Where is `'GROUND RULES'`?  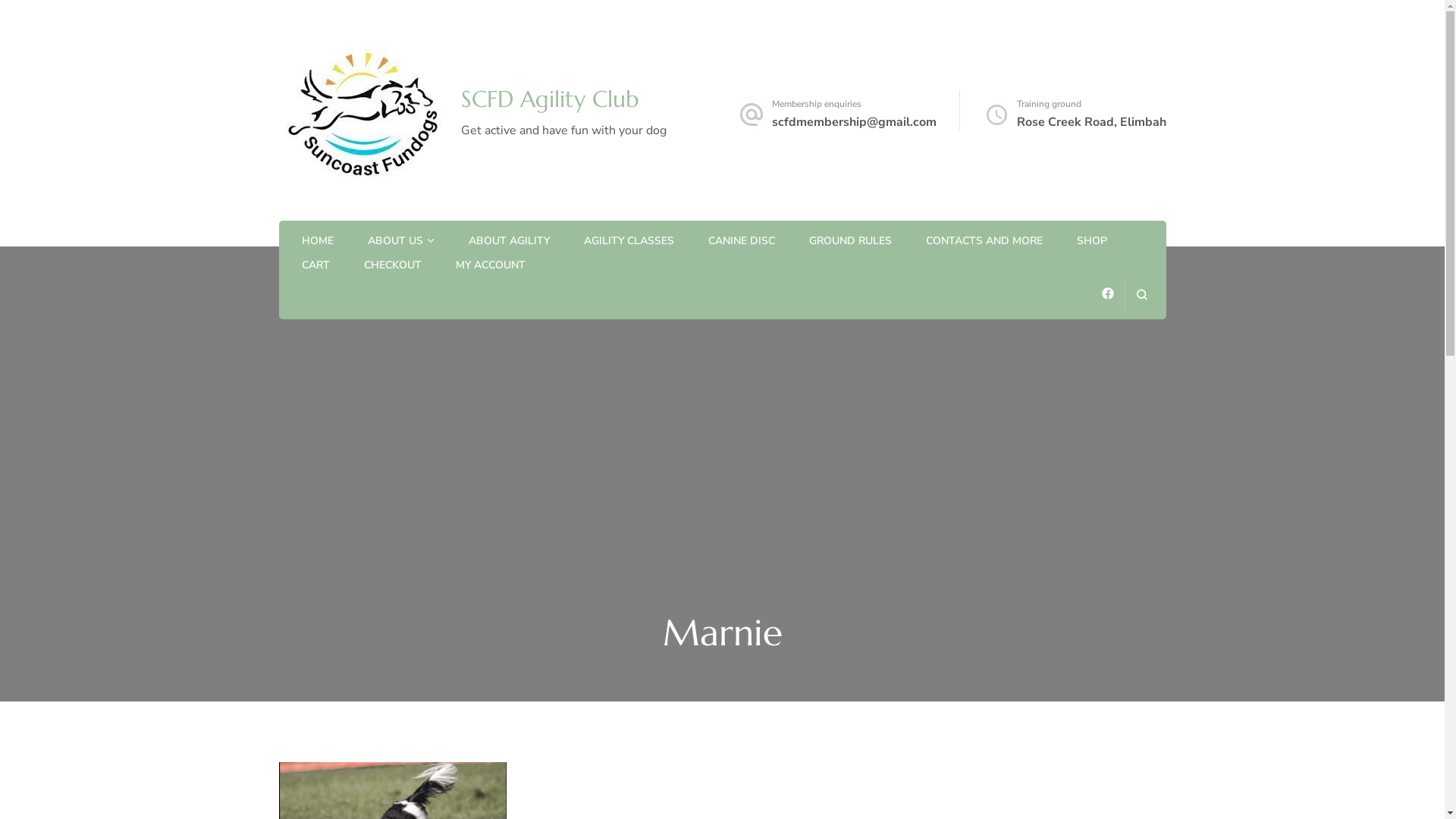 'GROUND RULES' is located at coordinates (849, 241).